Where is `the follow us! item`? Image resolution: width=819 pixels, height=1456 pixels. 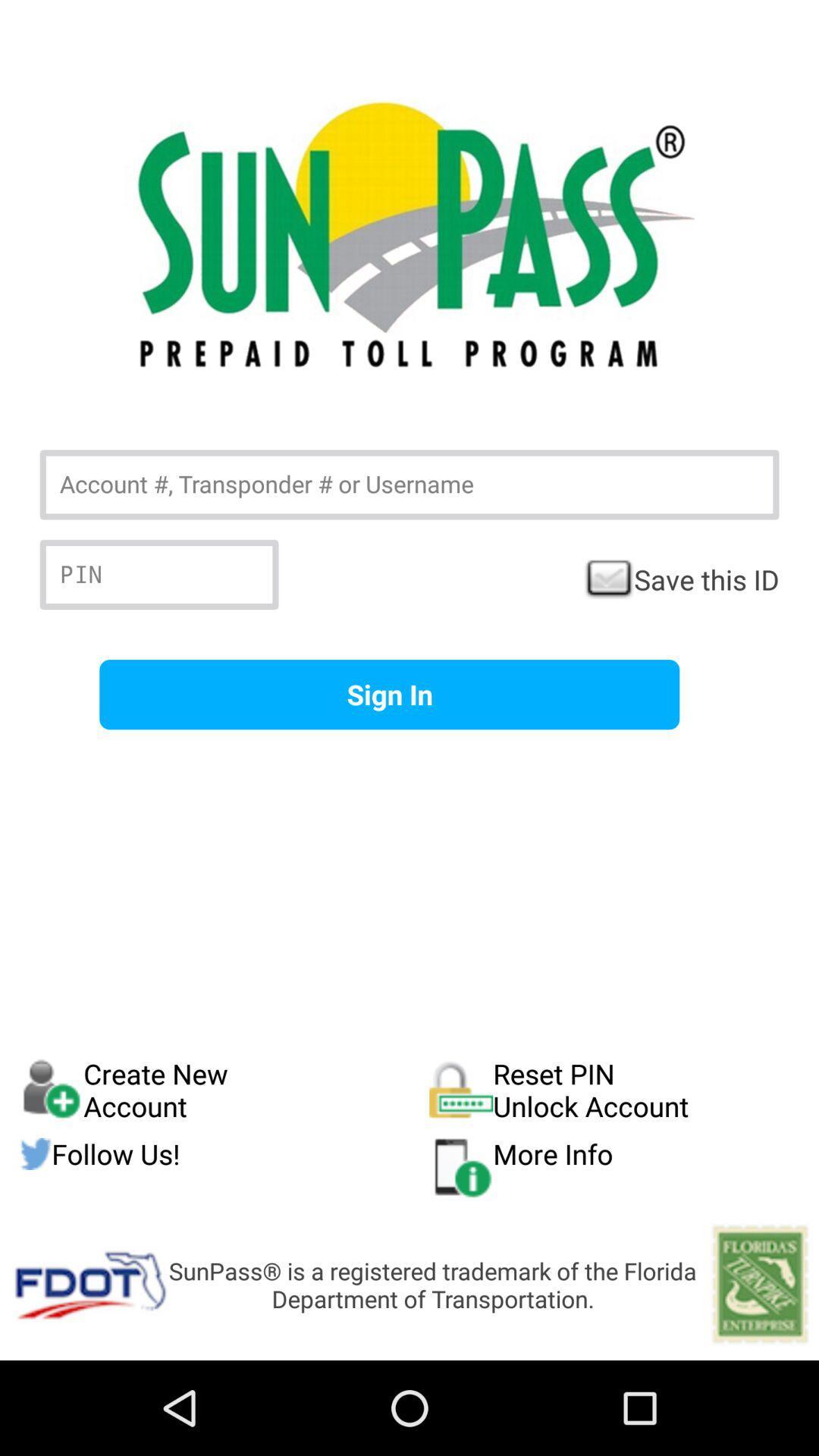 the follow us! item is located at coordinates (224, 1153).